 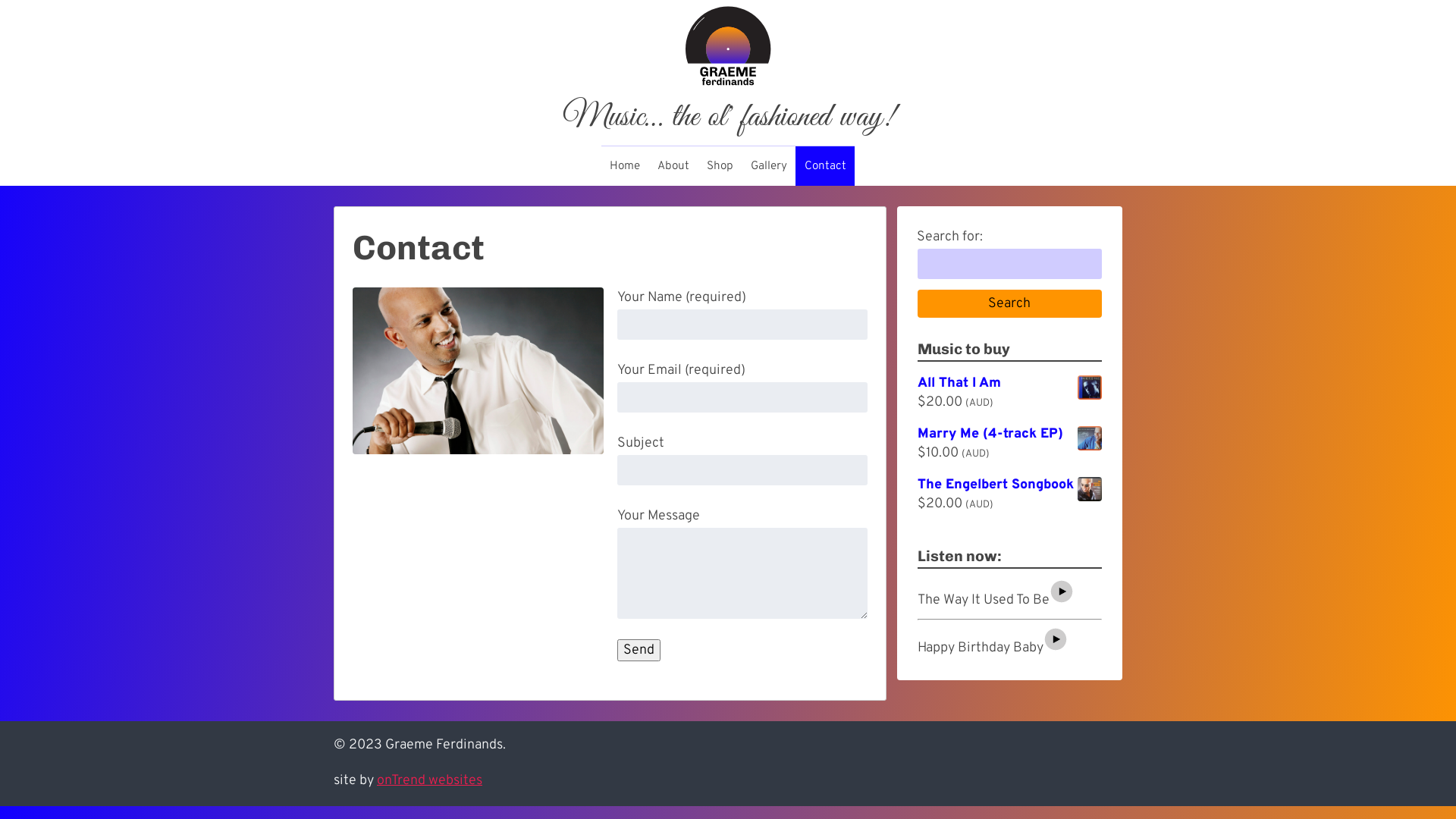 I want to click on 'Gallery', so click(x=768, y=166).